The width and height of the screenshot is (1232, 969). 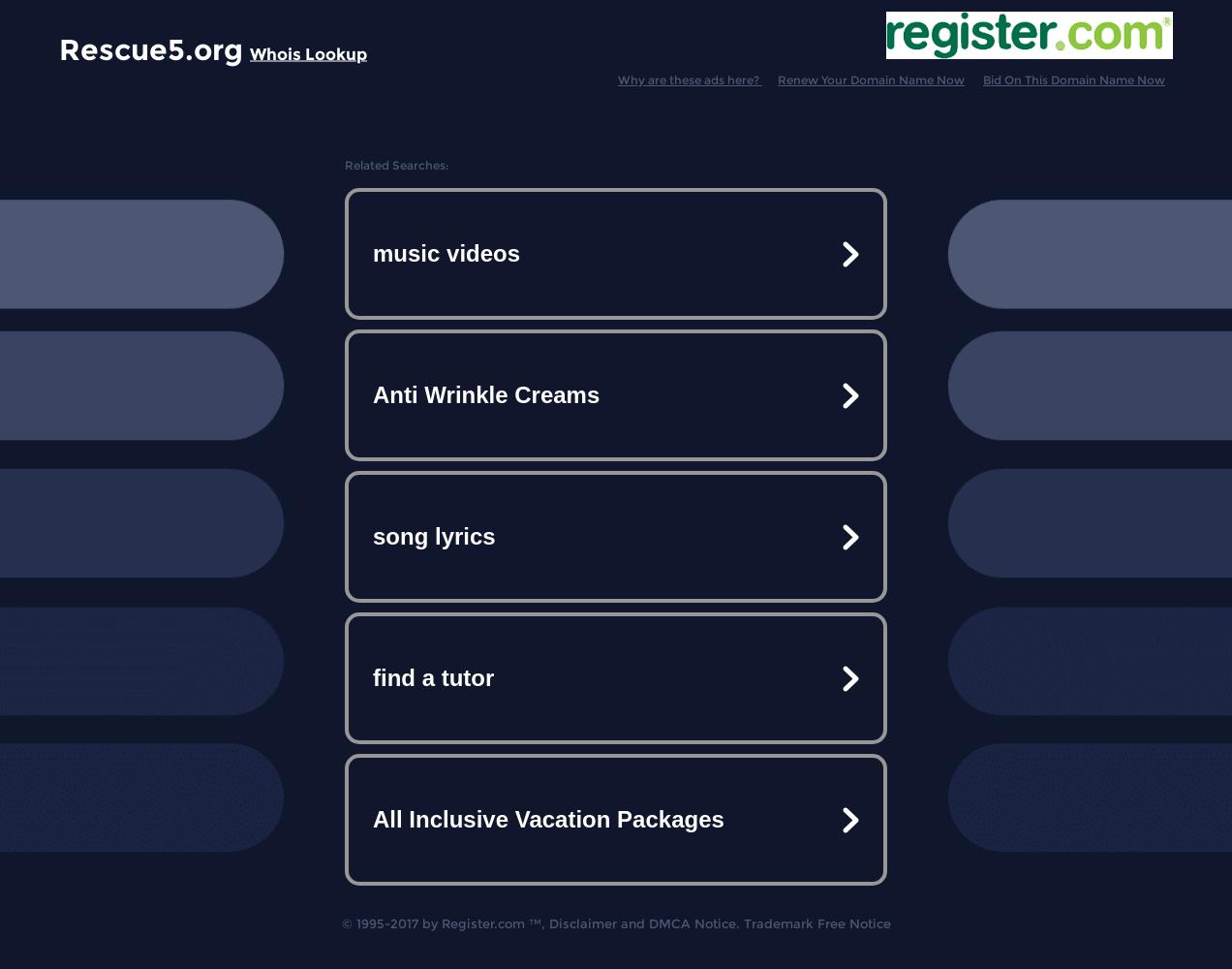 I want to click on 'Why are these ads here?', so click(x=617, y=78).